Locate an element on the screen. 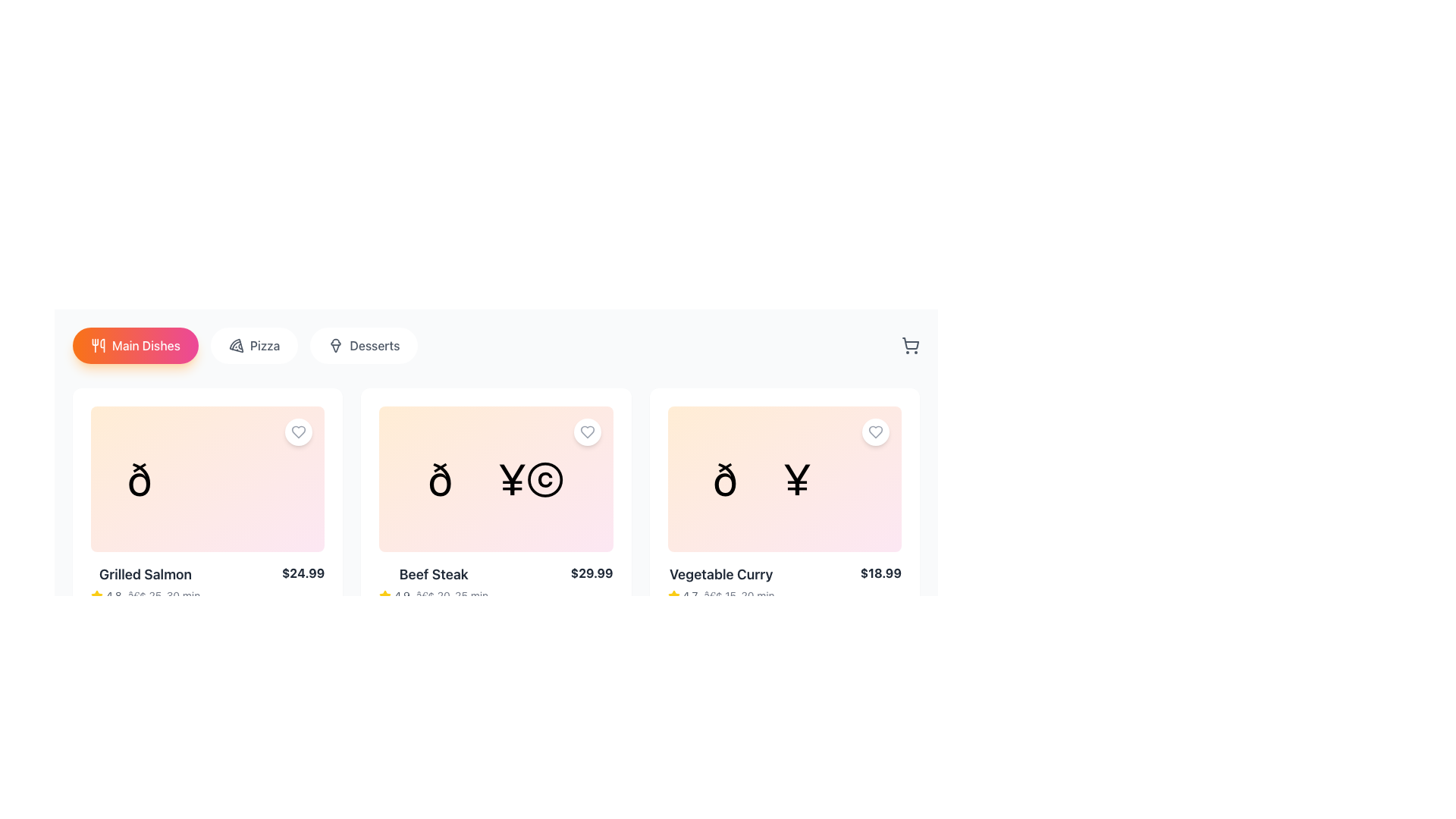  the text label displaying the estimated time for preparation or delivery related to 'Vegetable Curry', located at the bottom right of the card, under the cost of $18.99 and to the right of the rating '4.7' and star icon is located at coordinates (739, 595).